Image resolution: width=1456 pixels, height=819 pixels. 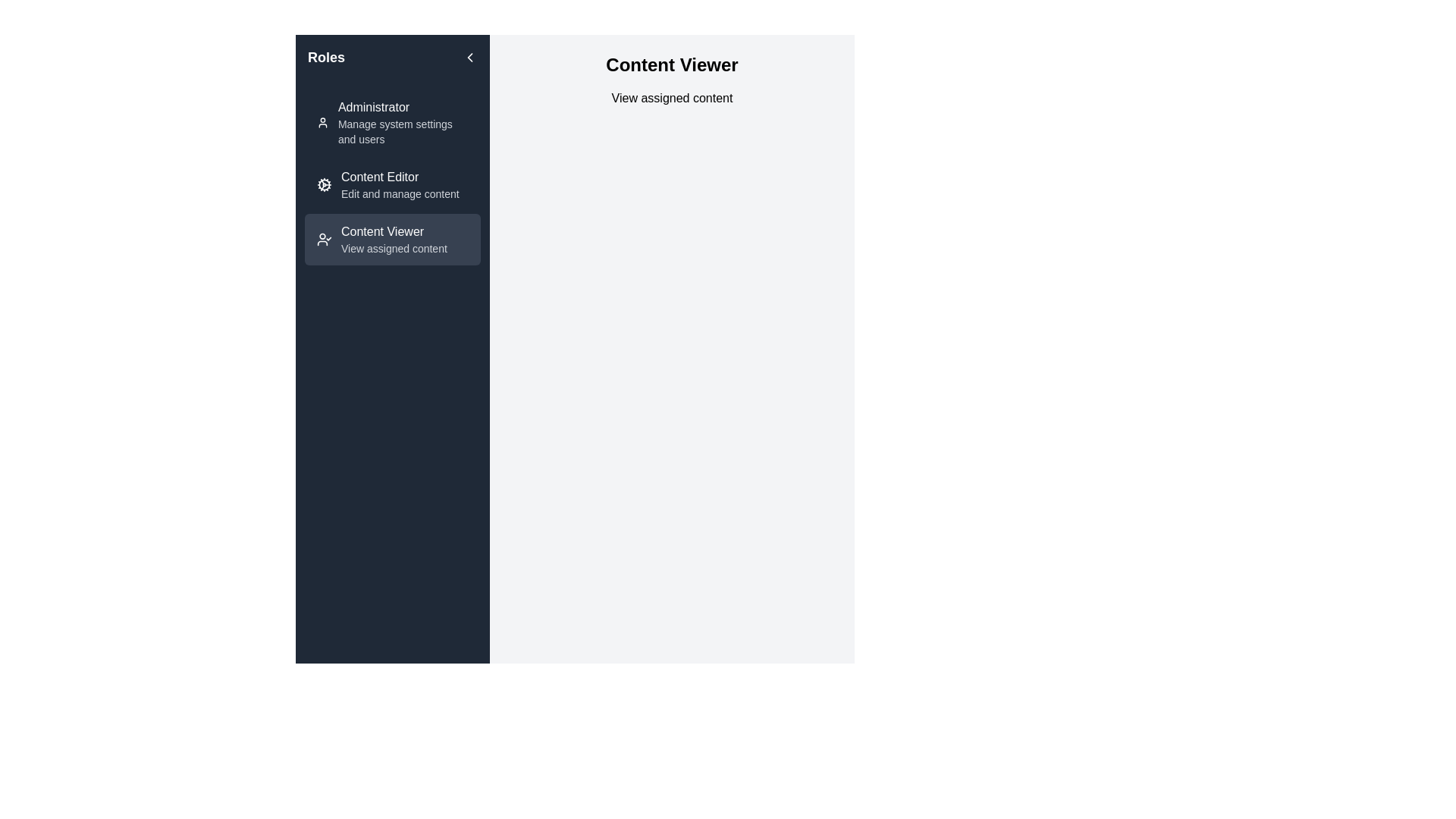 What do you see at coordinates (394, 239) in the screenshot?
I see `the 'Content Viewer' navigation menu item located in the dark left sidebar under the 'Content Editor' section` at bounding box center [394, 239].